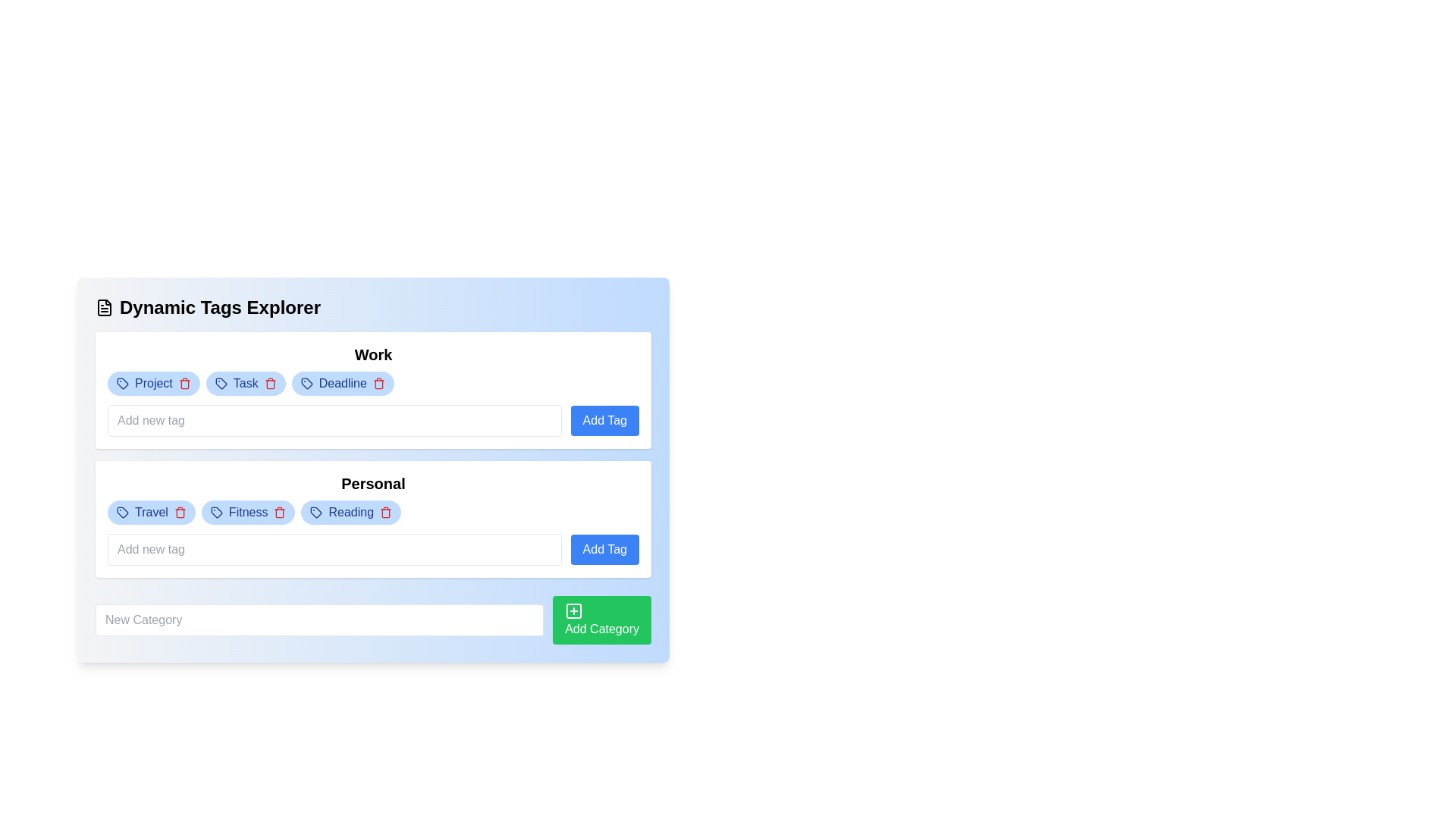 The width and height of the screenshot is (1456, 819). I want to click on the red delete icon on the 'Deadline' tag, so click(342, 382).